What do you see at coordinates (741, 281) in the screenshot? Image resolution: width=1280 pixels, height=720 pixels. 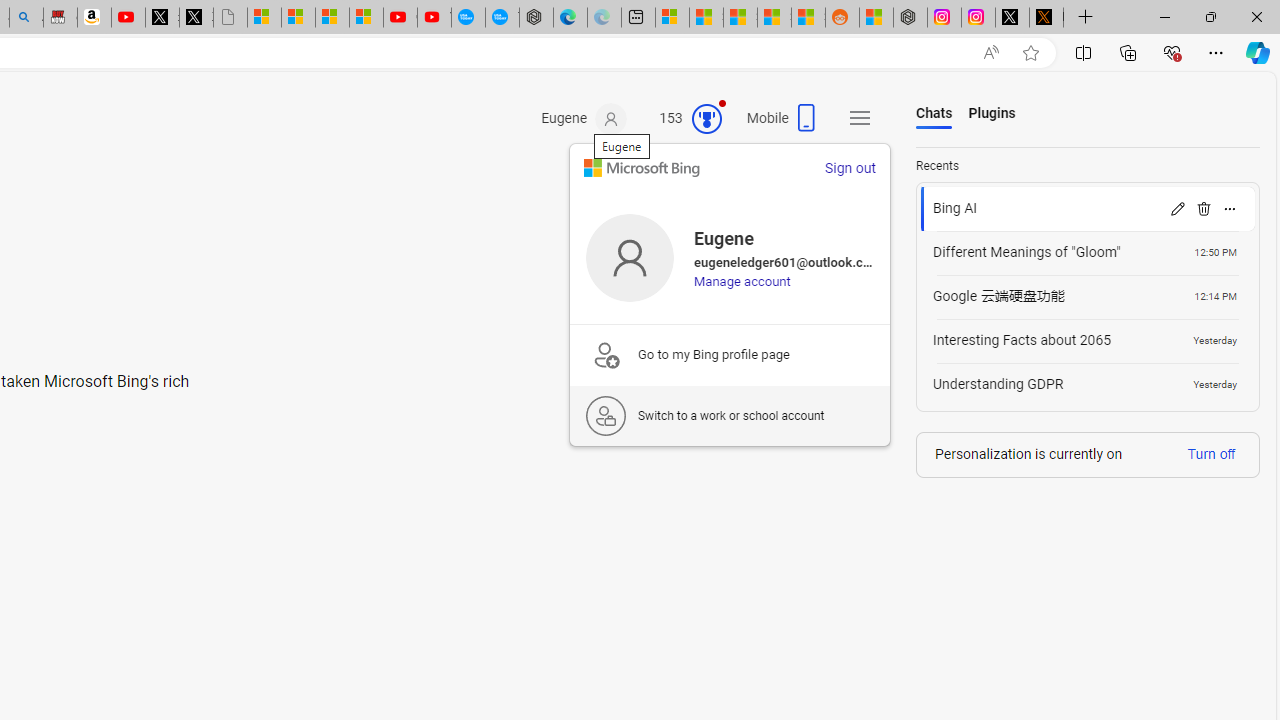 I see `'Manage account'` at bounding box center [741, 281].